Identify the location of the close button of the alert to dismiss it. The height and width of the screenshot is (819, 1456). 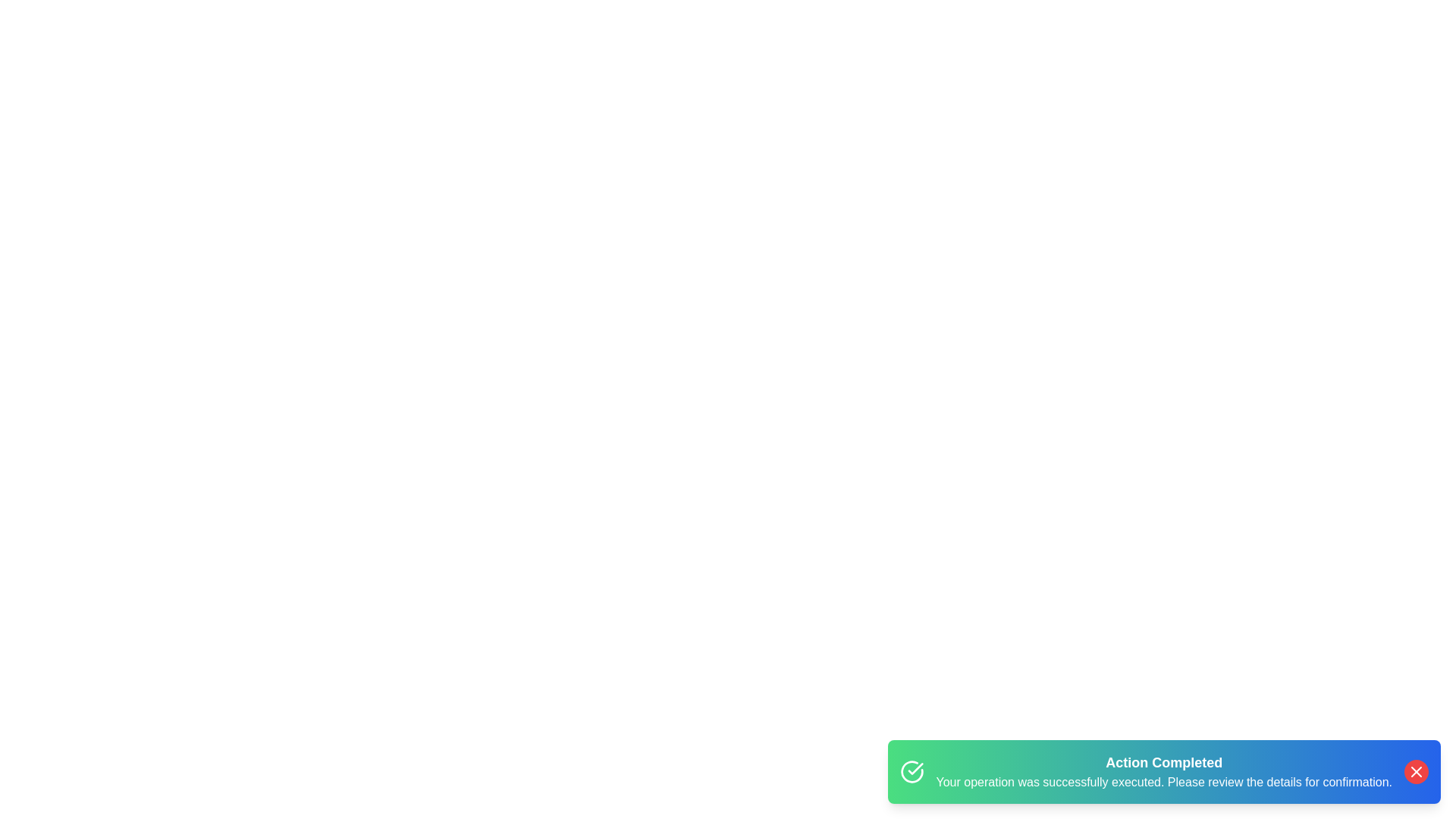
(1415, 772).